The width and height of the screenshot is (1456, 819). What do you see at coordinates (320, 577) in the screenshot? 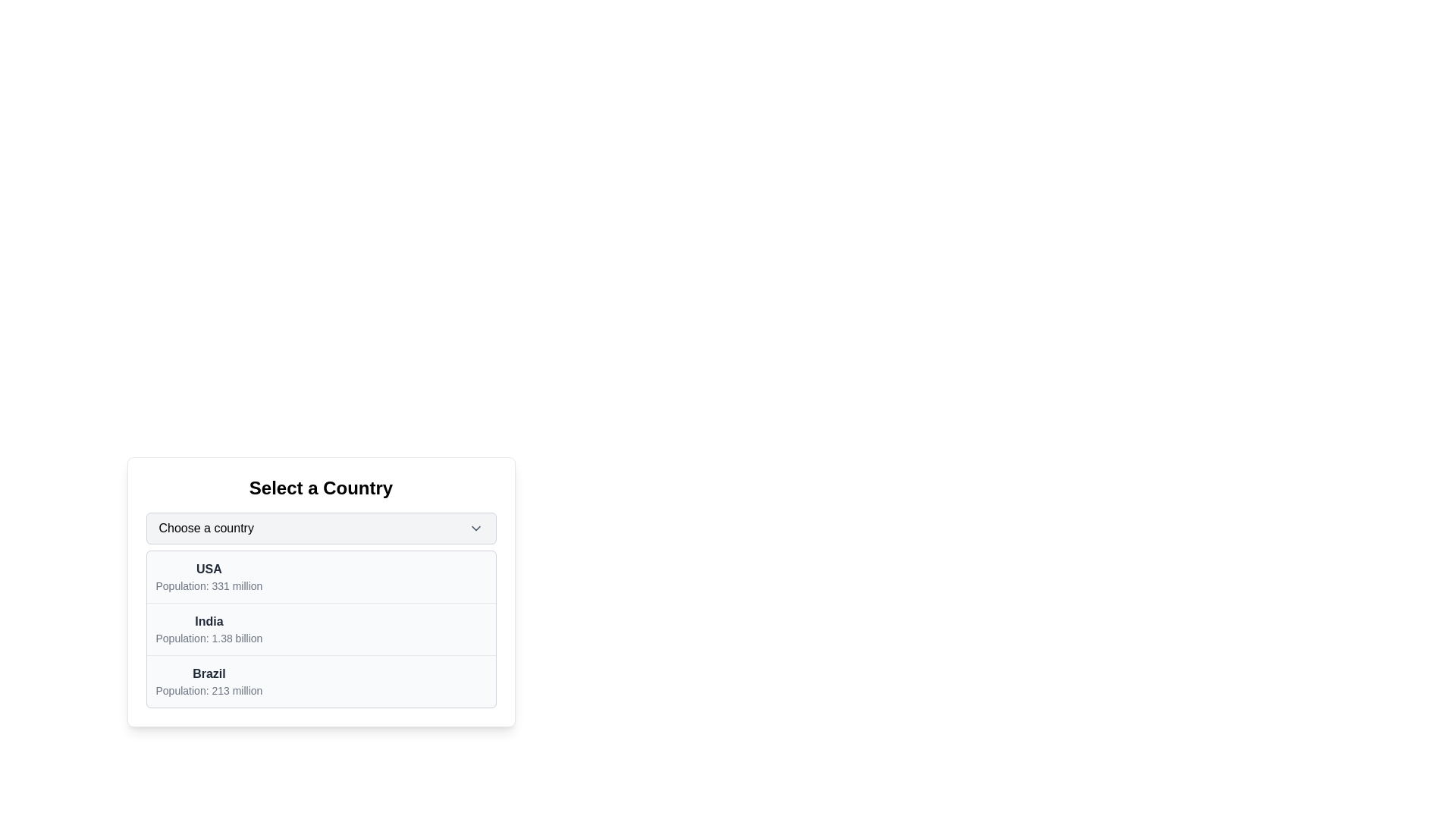
I see `the first selectable item in the dropdown list titled 'Choose a country', which provides information about the USA's name and population` at bounding box center [320, 577].